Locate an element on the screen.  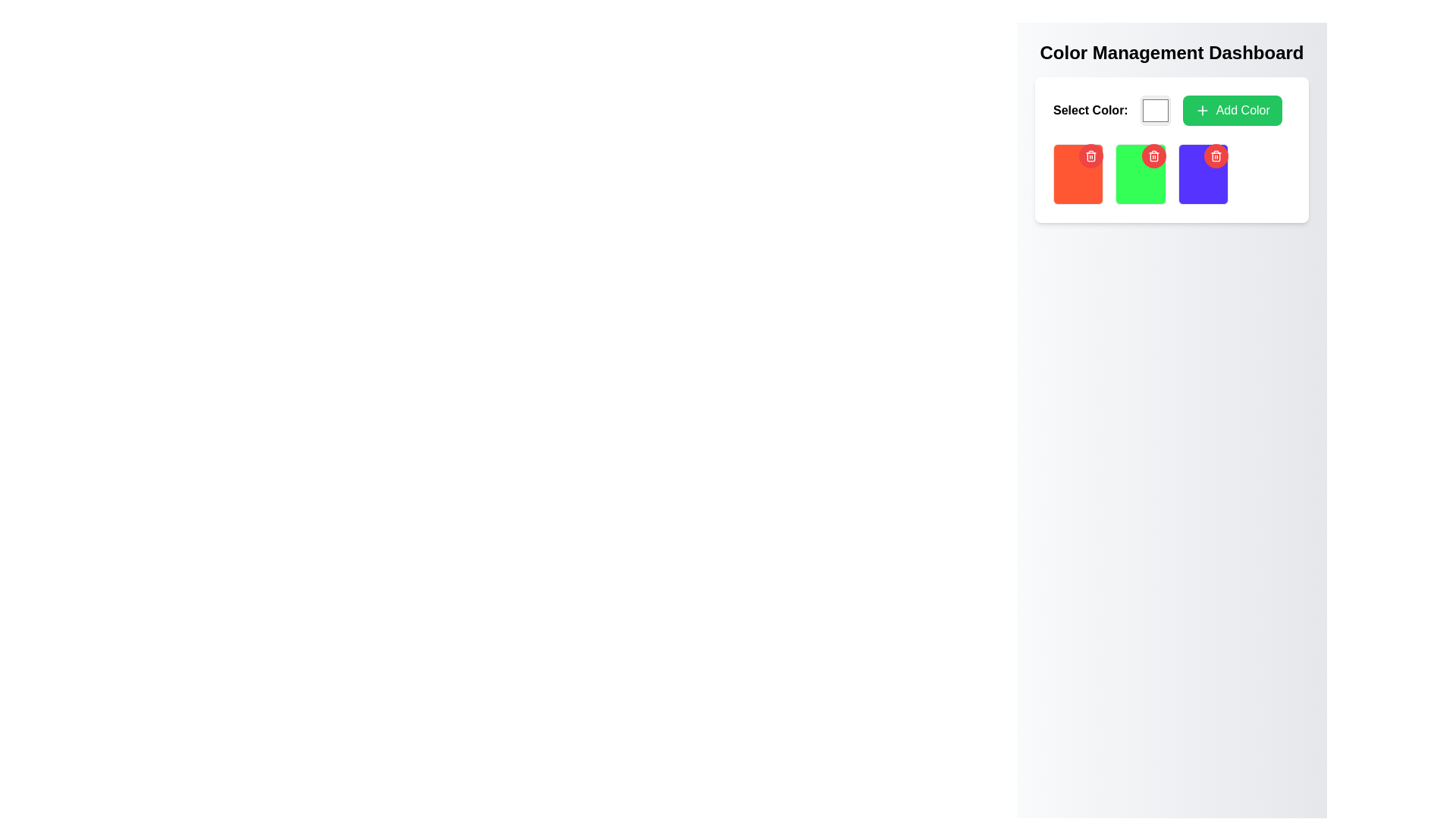
the second color card with a green background in the 'Color Management Dashboard' is located at coordinates (1171, 149).